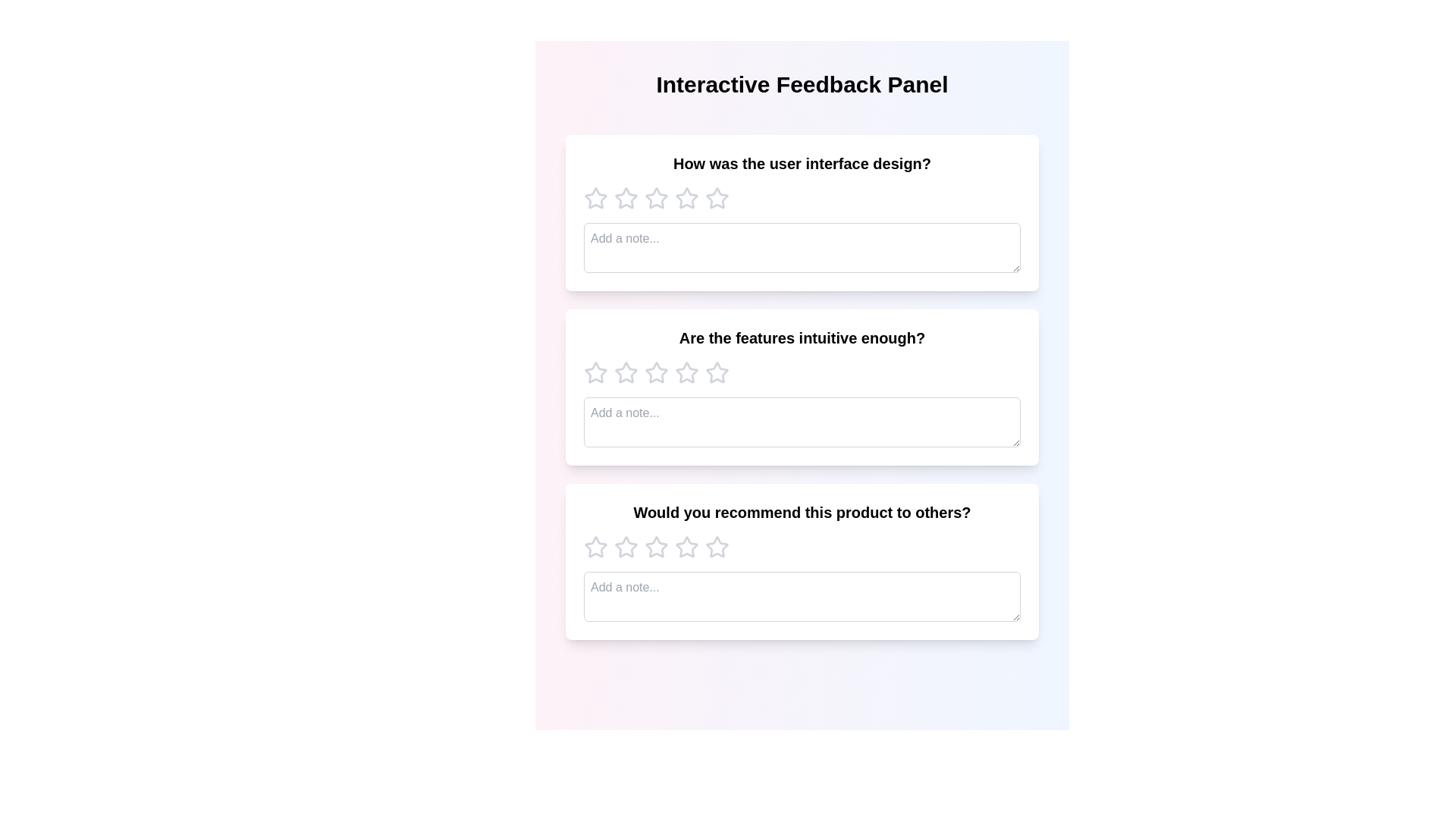  What do you see at coordinates (801, 595) in the screenshot?
I see `the text area below the feedback prompt 'Would you recommend this product to others?' and enter the text '<user_input>'` at bounding box center [801, 595].